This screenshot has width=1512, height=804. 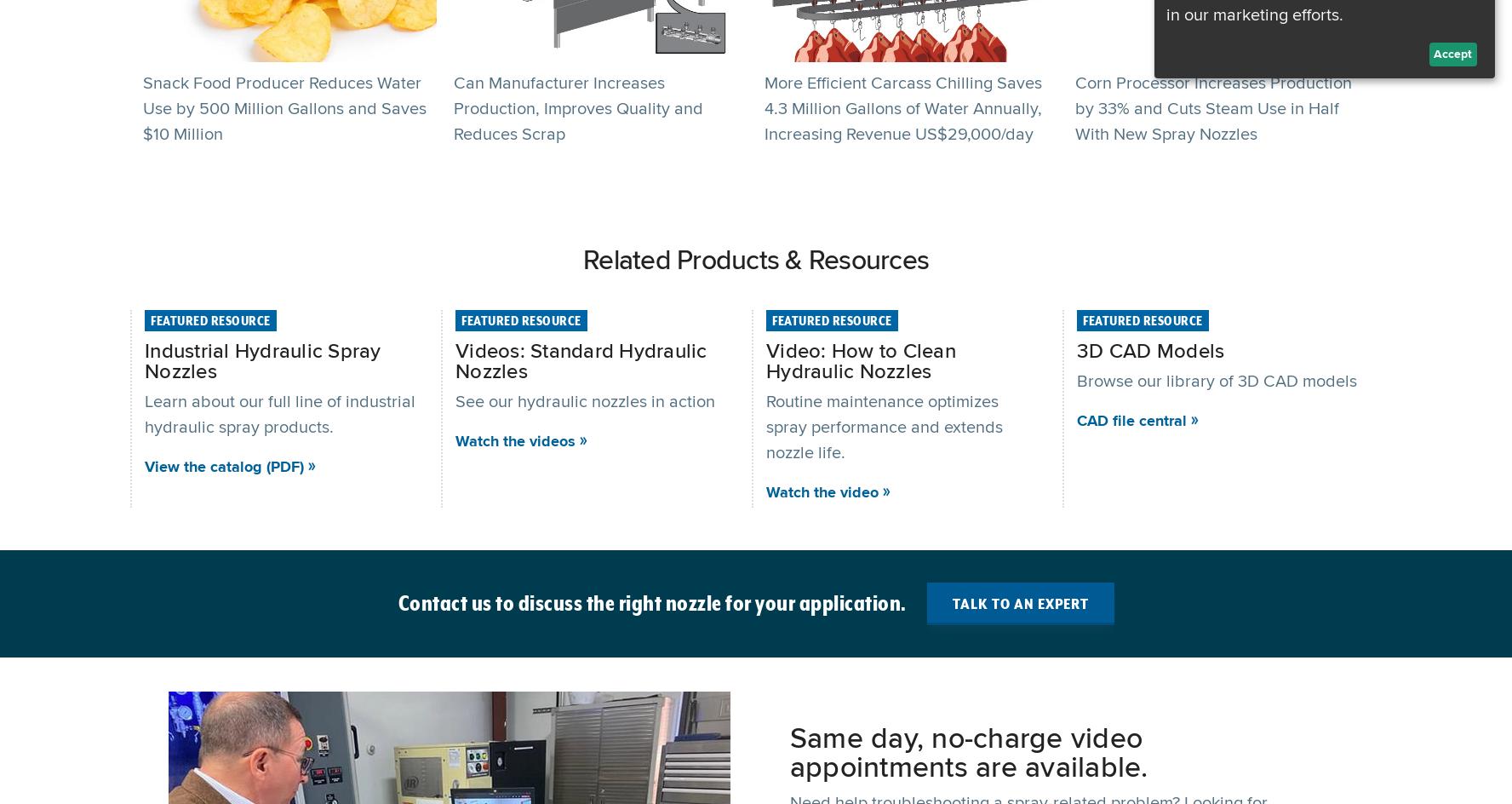 What do you see at coordinates (514, 440) in the screenshot?
I see `'Watch the videos'` at bounding box center [514, 440].